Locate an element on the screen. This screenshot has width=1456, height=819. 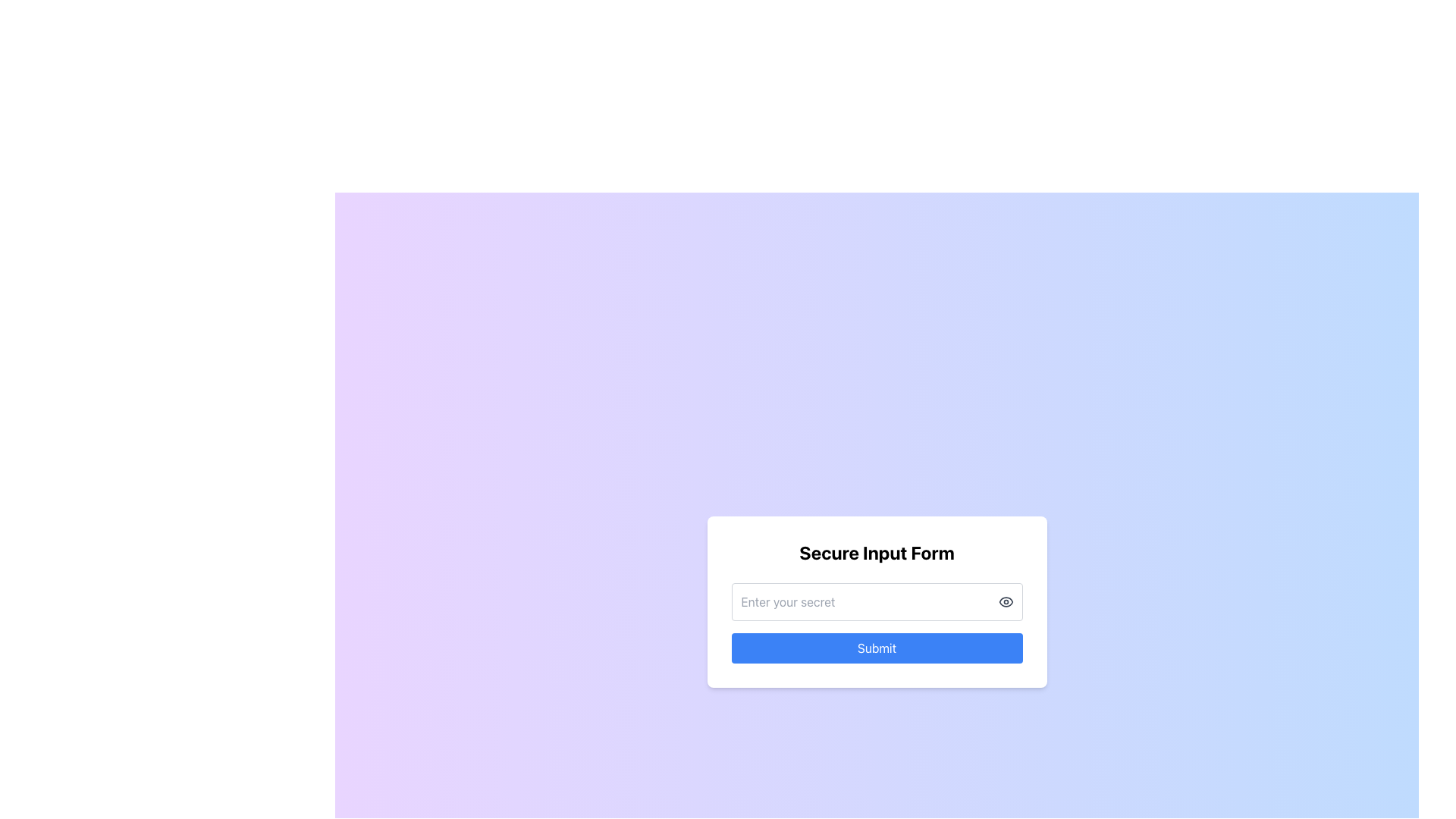
inside the Password Input box located centrally within the 'Secure Input Form' to focus on it is located at coordinates (877, 601).